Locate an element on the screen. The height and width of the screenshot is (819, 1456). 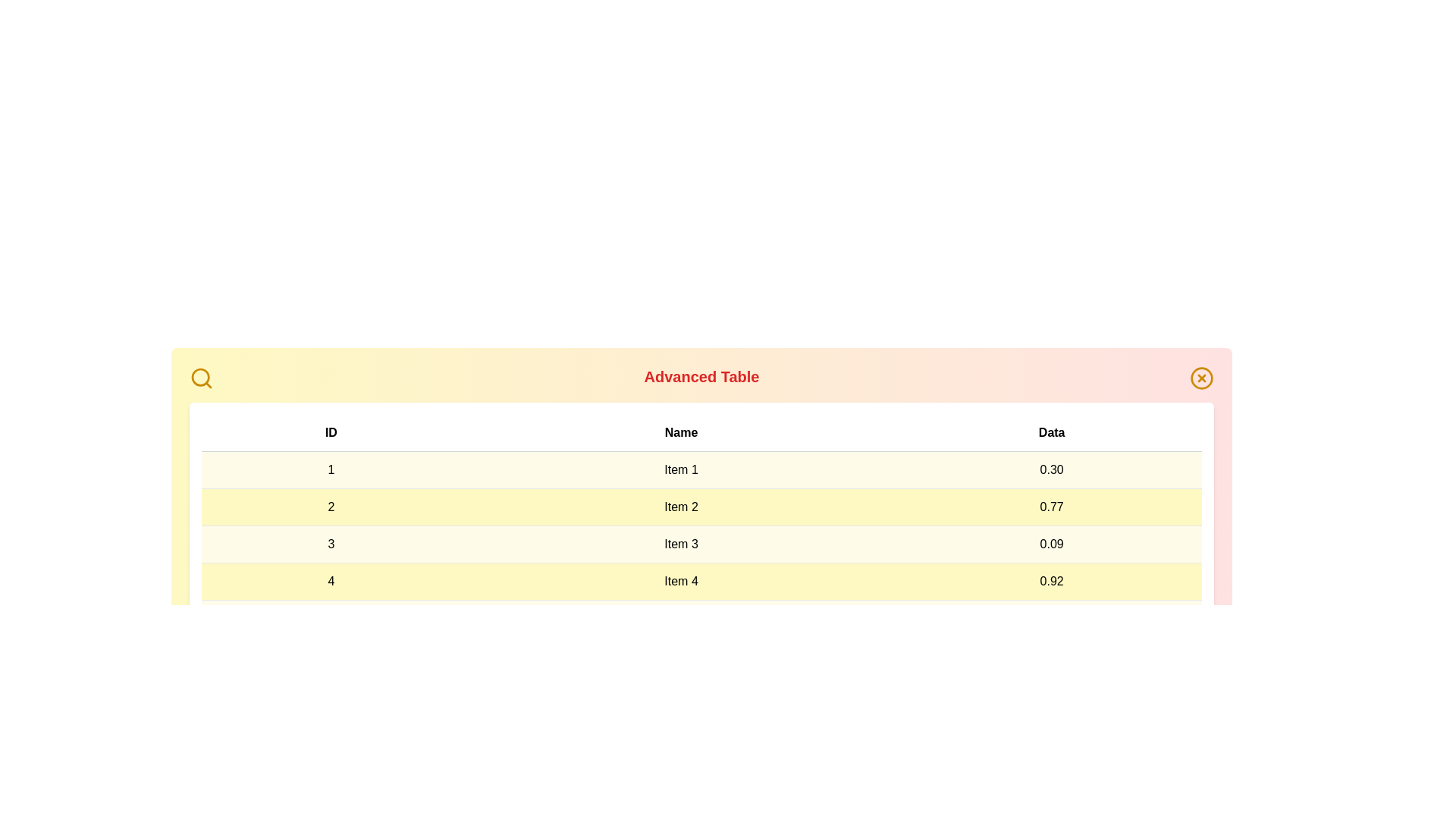
the table header labeled ID to sort the table by that column is located at coordinates (330, 433).